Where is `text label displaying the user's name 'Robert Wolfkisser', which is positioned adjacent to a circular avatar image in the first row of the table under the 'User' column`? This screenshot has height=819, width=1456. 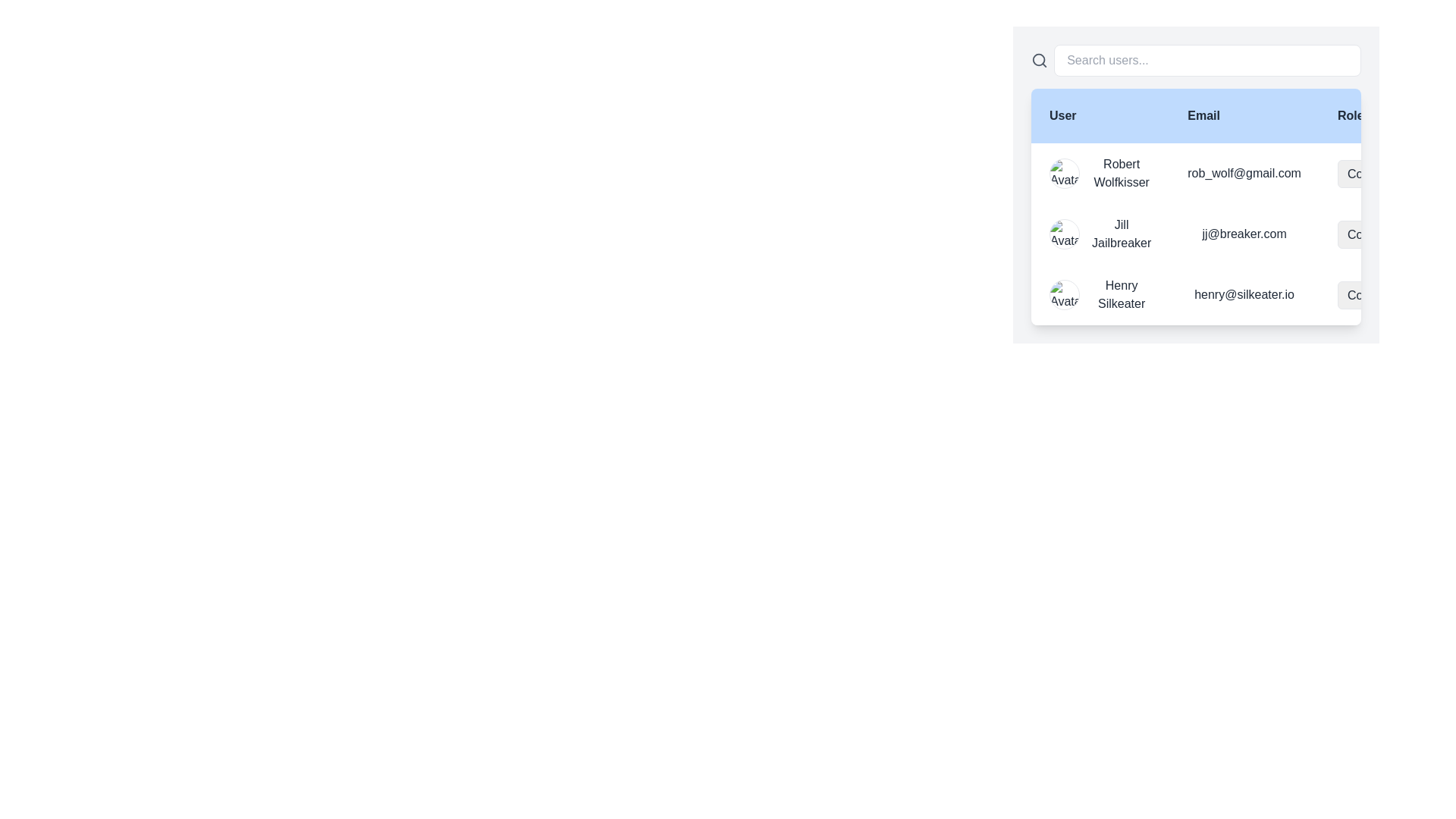 text label displaying the user's name 'Robert Wolfkisser', which is positioned adjacent to a circular avatar image in the first row of the table under the 'User' column is located at coordinates (1100, 172).